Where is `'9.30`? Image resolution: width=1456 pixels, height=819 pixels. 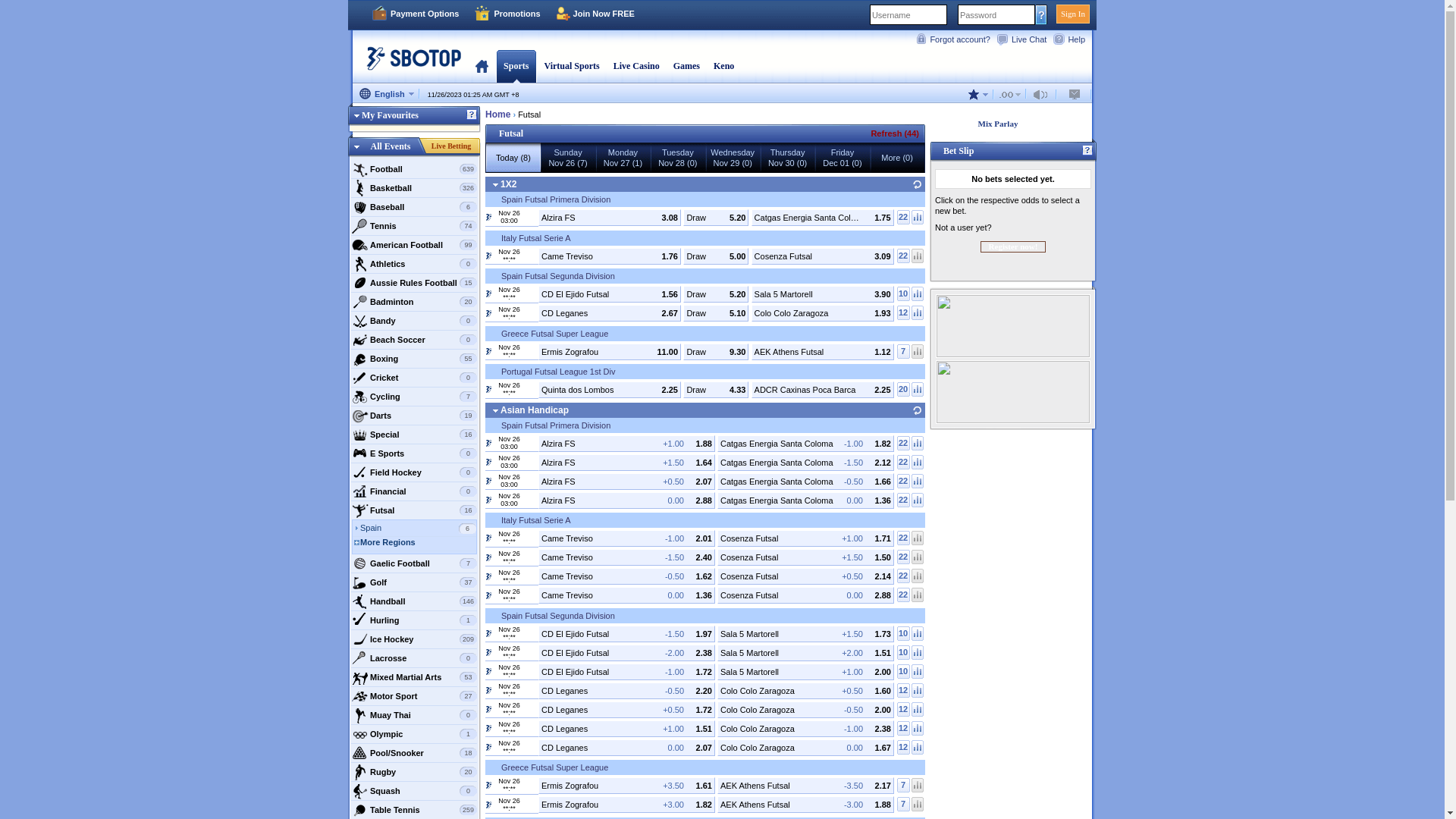
'9.30 is located at coordinates (715, 350).